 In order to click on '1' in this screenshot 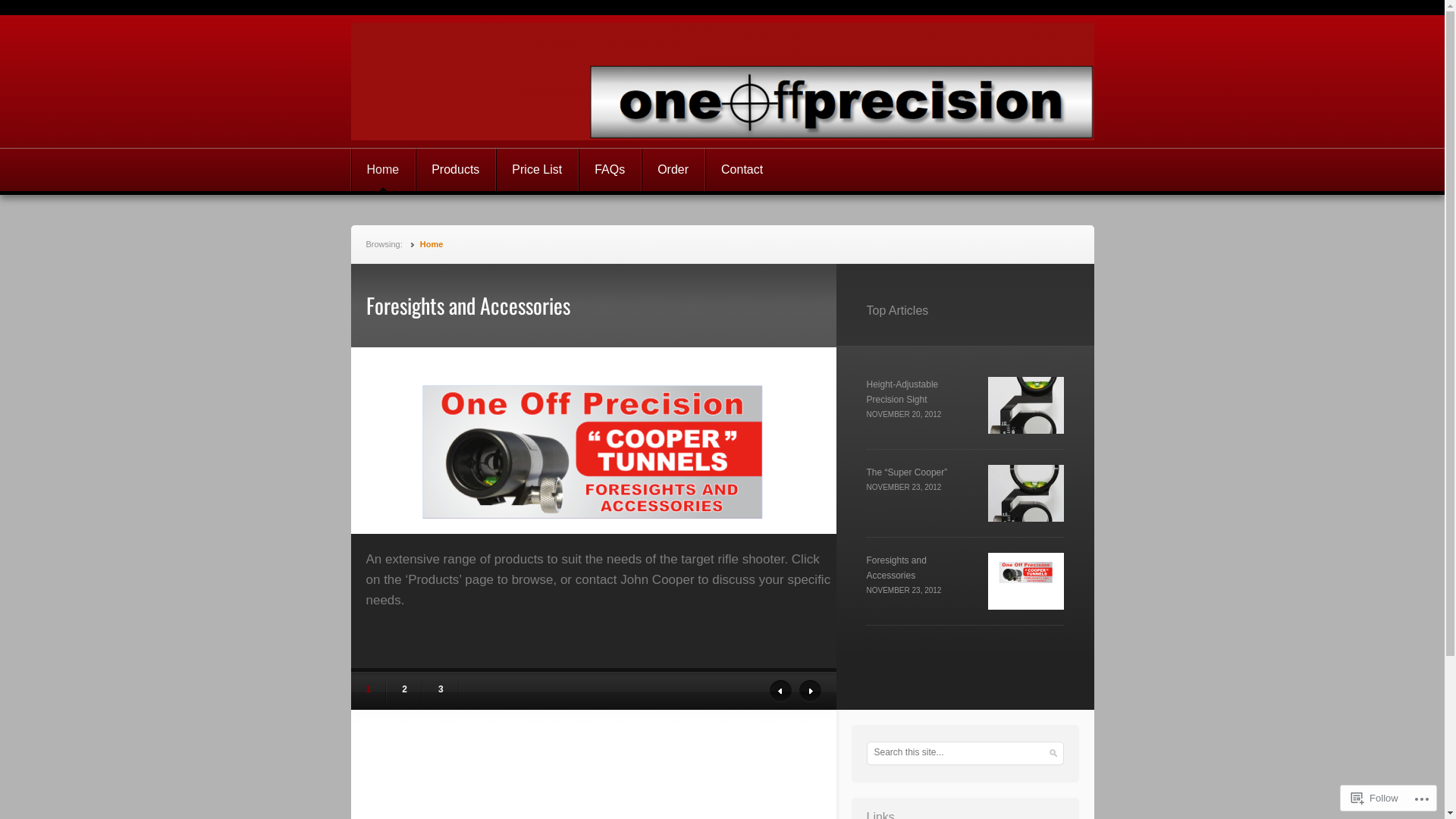, I will do `click(349, 689)`.